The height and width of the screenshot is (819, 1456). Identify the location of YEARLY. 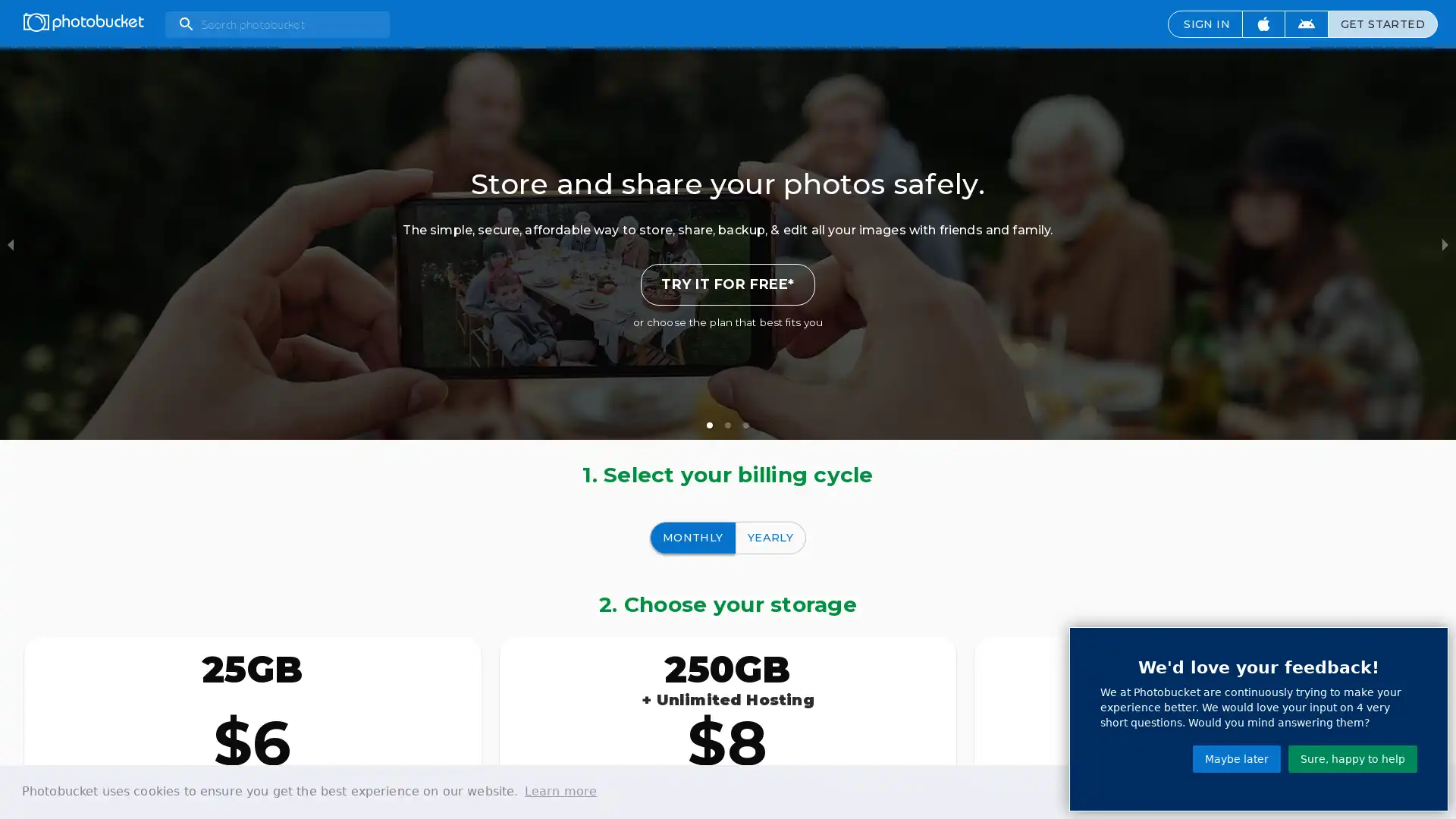
(770, 537).